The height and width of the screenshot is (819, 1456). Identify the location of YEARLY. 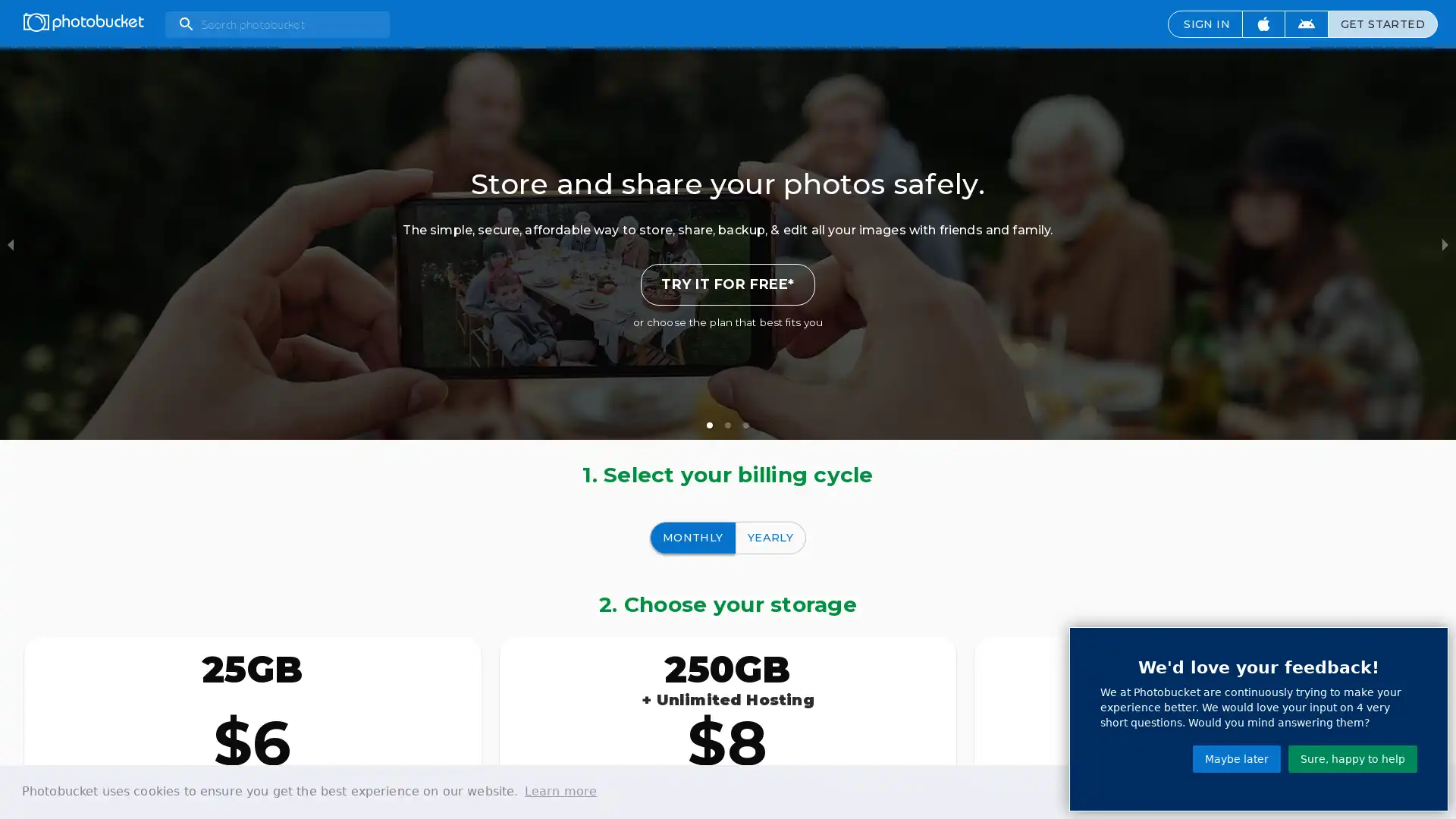
(770, 537).